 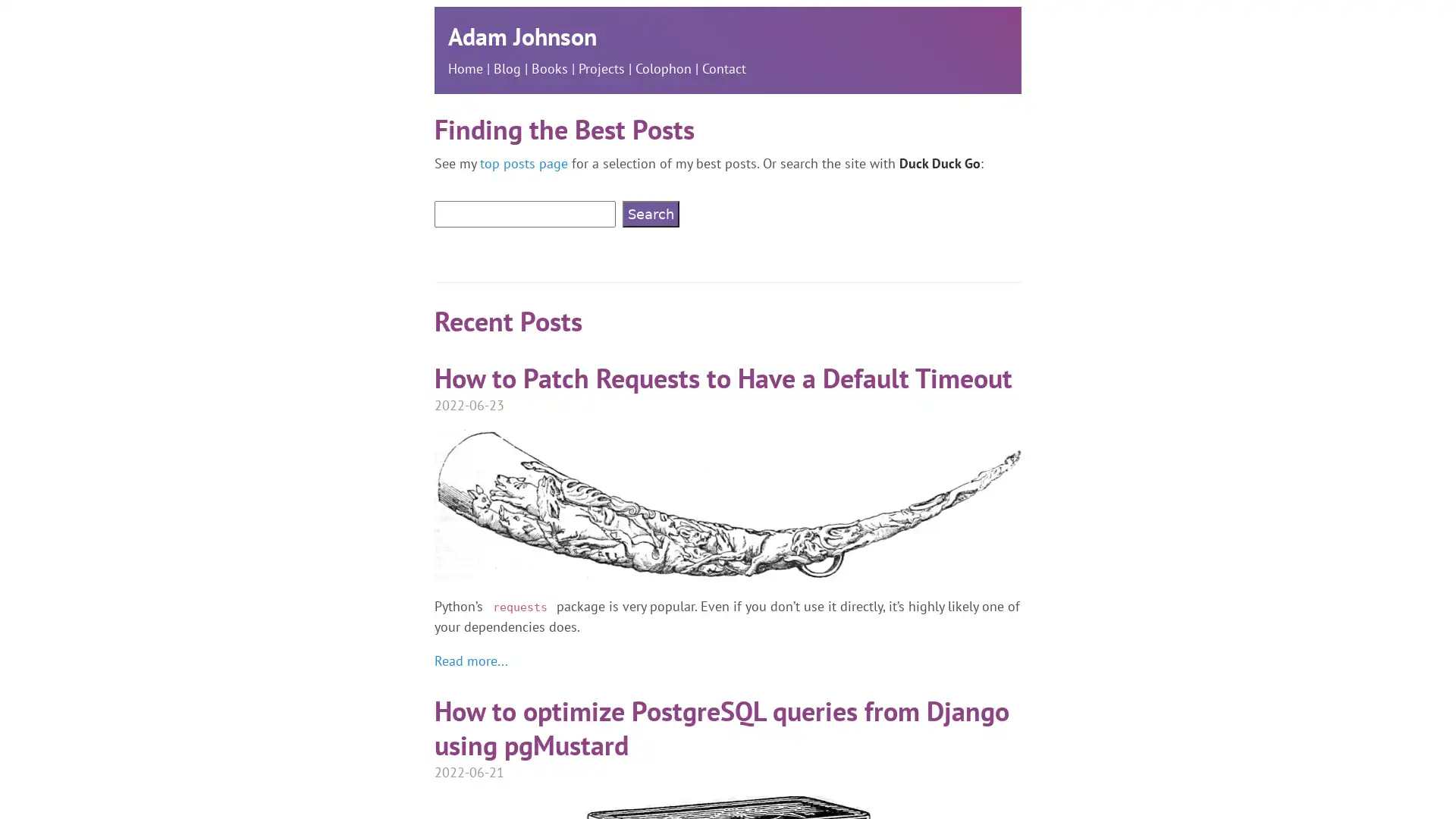 I want to click on Search, so click(x=651, y=214).